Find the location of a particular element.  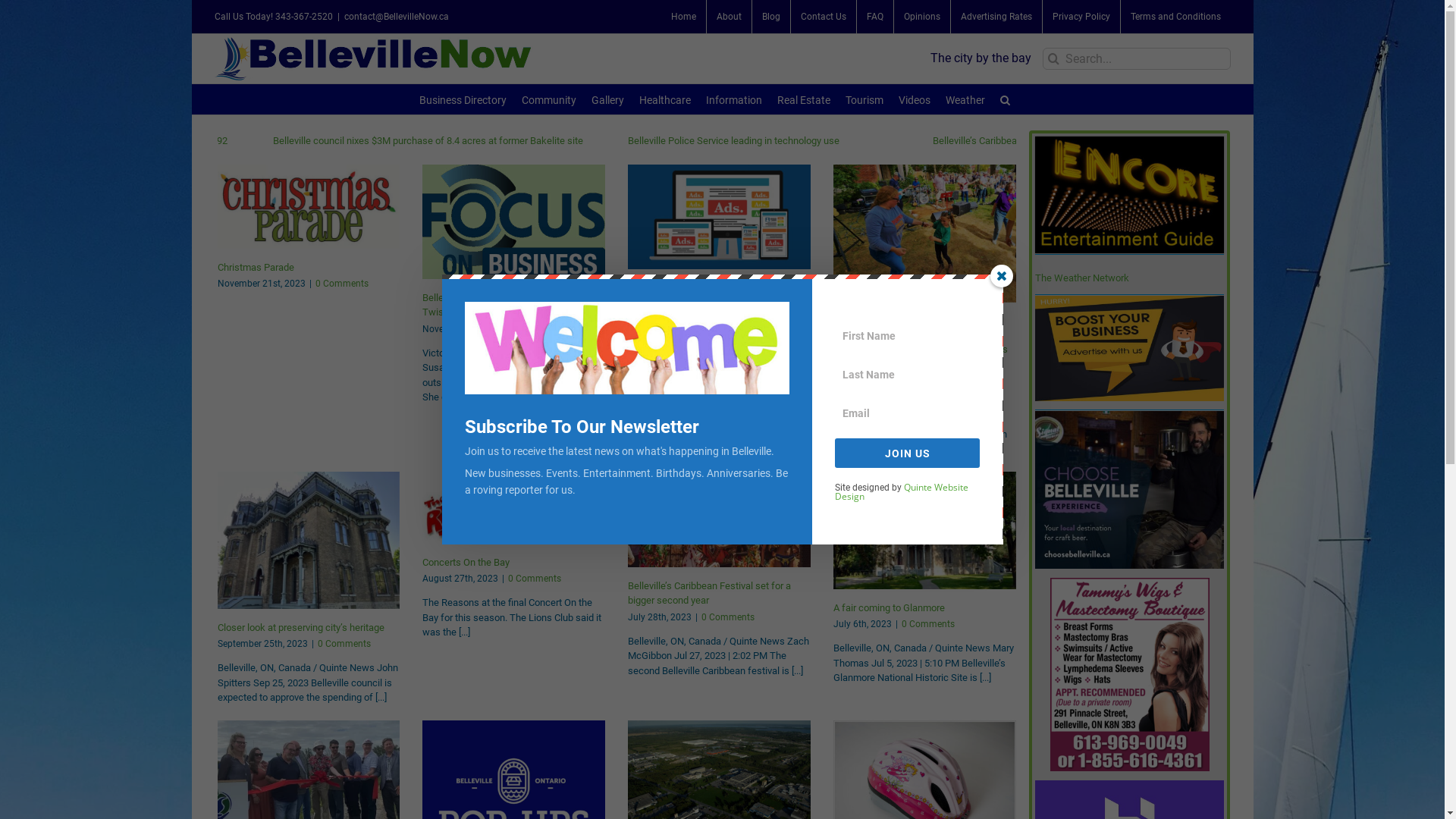

'About' is located at coordinates (729, 17).